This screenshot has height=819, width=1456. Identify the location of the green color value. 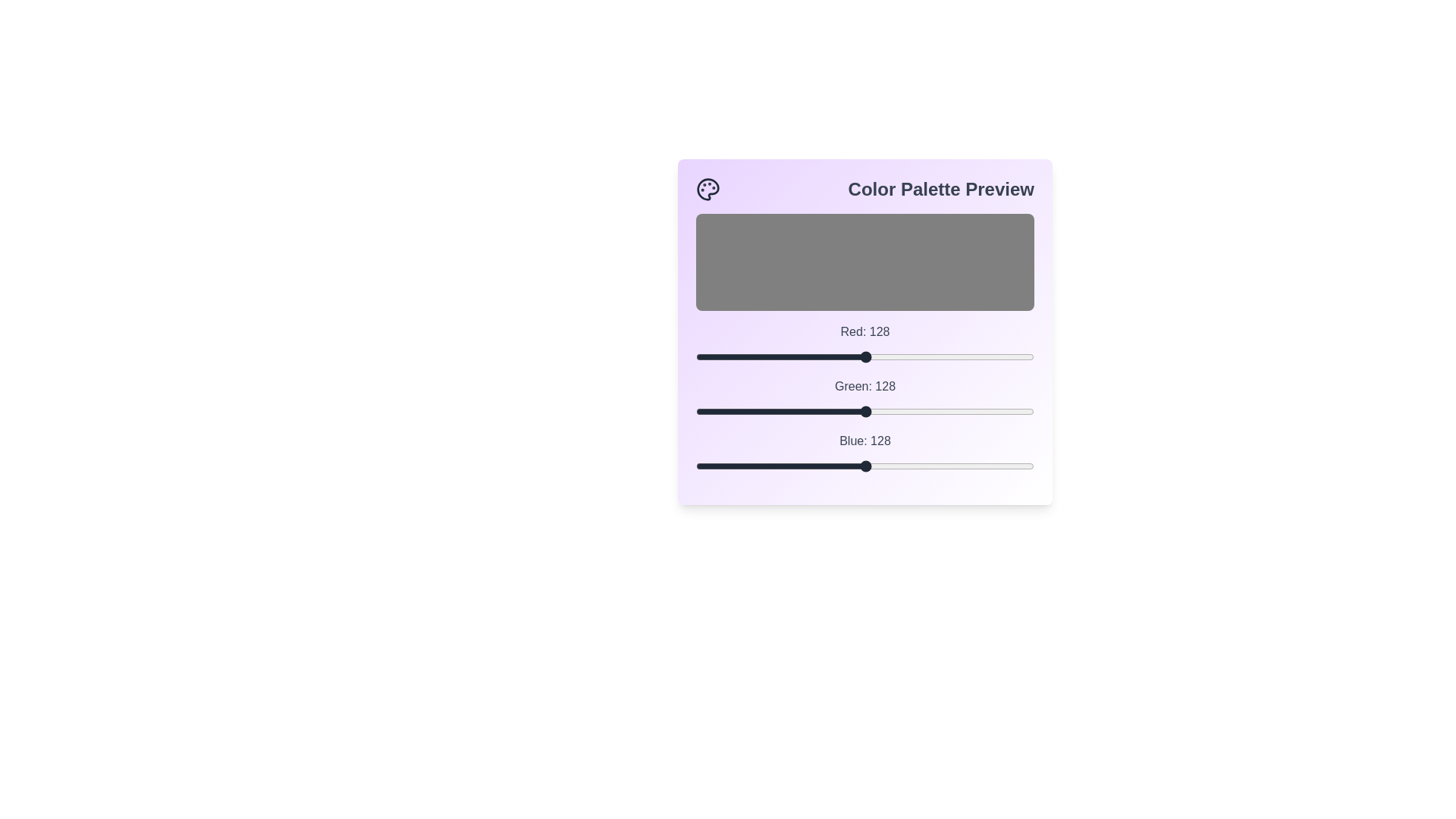
(907, 412).